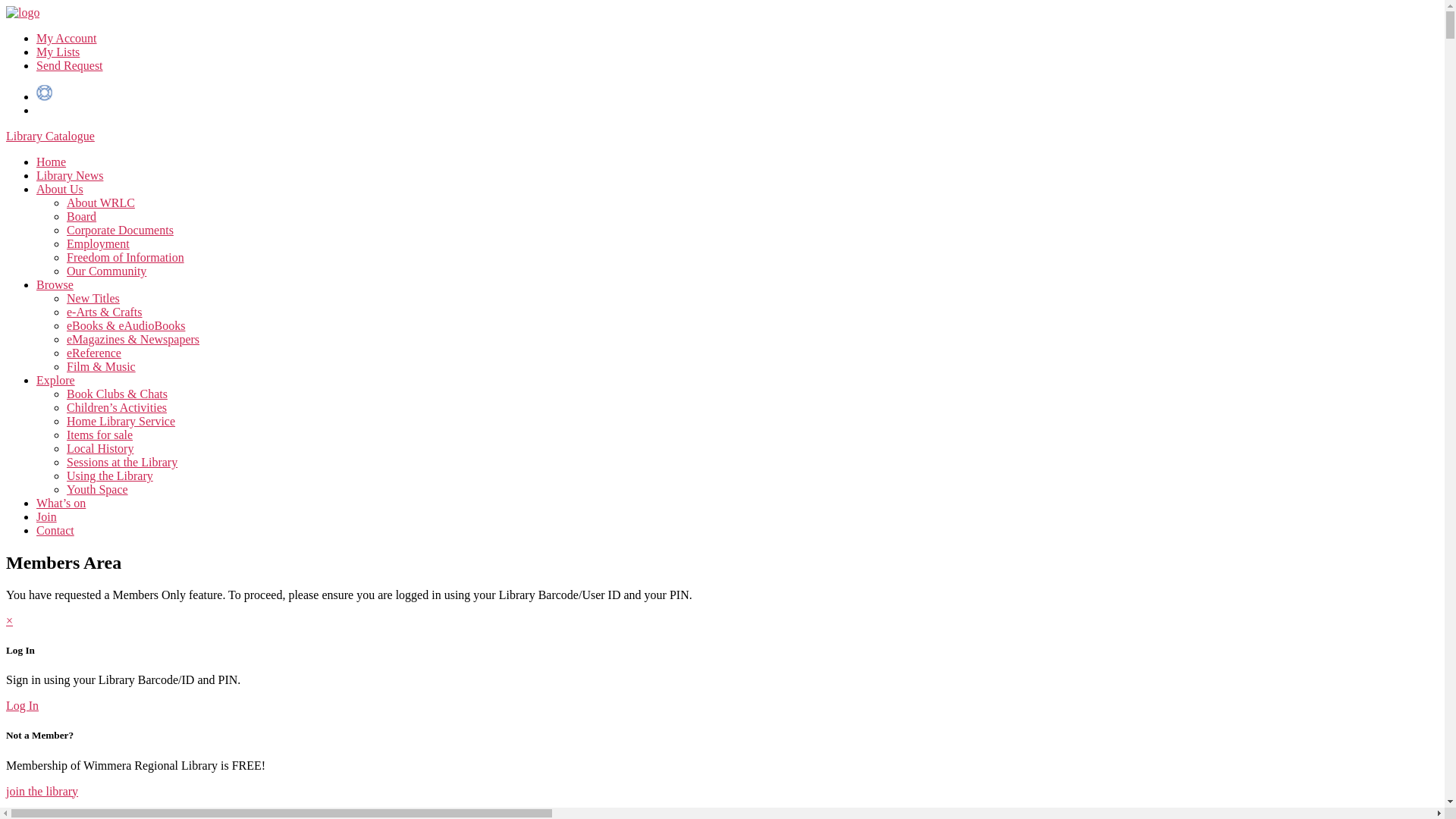  I want to click on 'Home Library Service', so click(65, 421).